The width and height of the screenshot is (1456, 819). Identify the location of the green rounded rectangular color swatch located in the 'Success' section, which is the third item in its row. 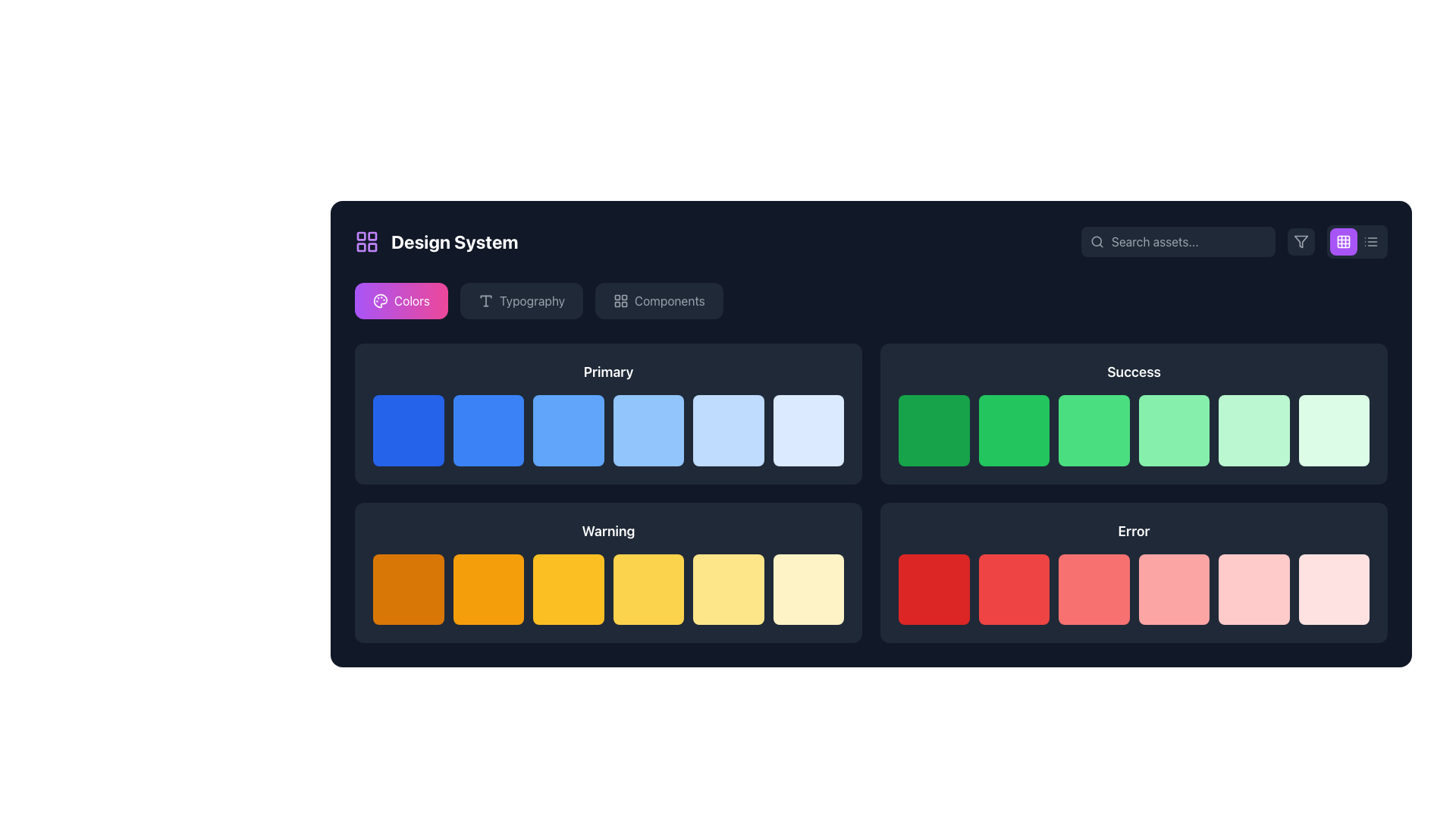
(1171, 428).